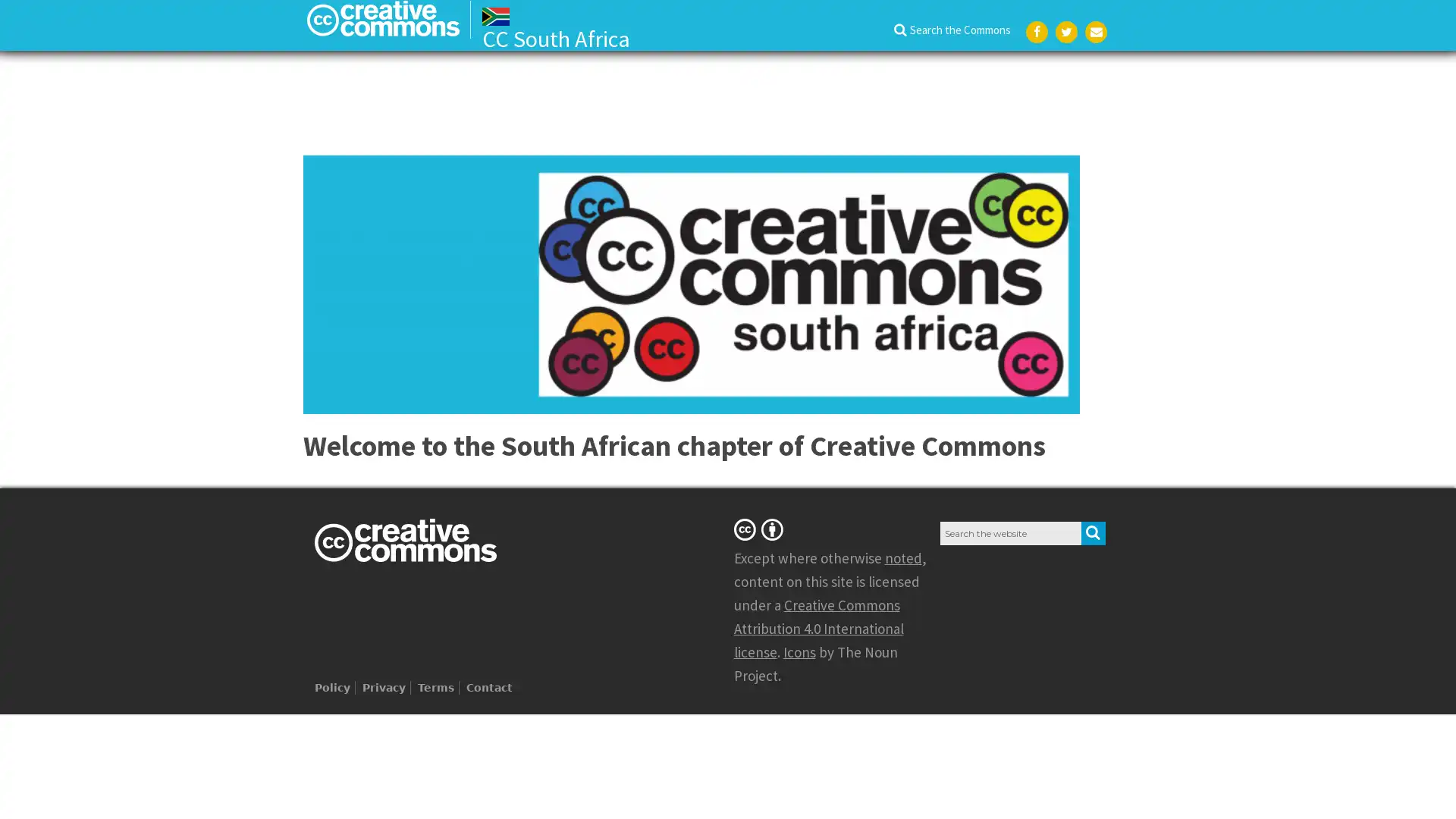 The width and height of the screenshot is (1456, 819). Describe the element at coordinates (1093, 532) in the screenshot. I see `SEARCH` at that location.